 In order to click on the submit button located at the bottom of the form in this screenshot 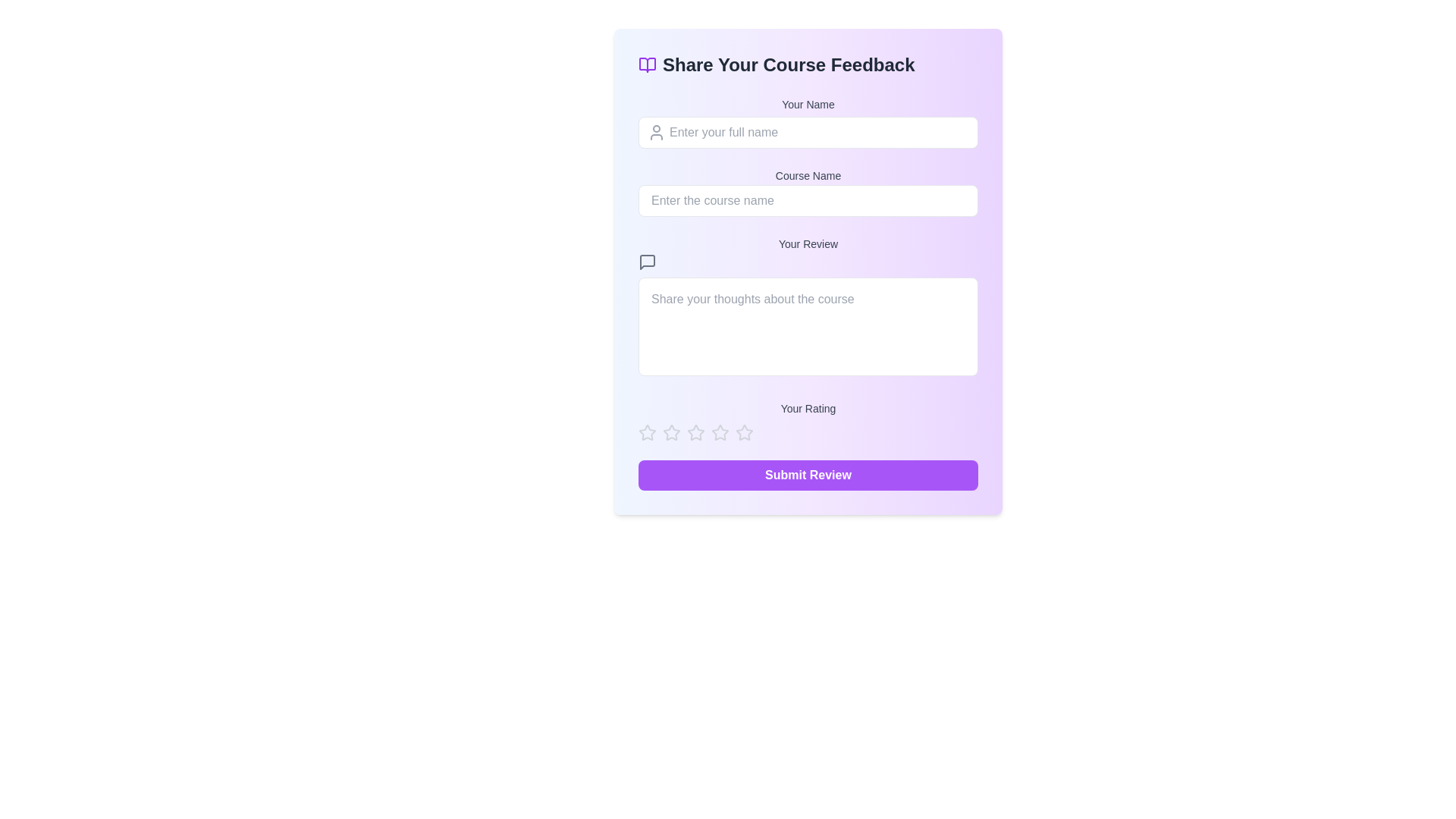, I will do `click(807, 475)`.